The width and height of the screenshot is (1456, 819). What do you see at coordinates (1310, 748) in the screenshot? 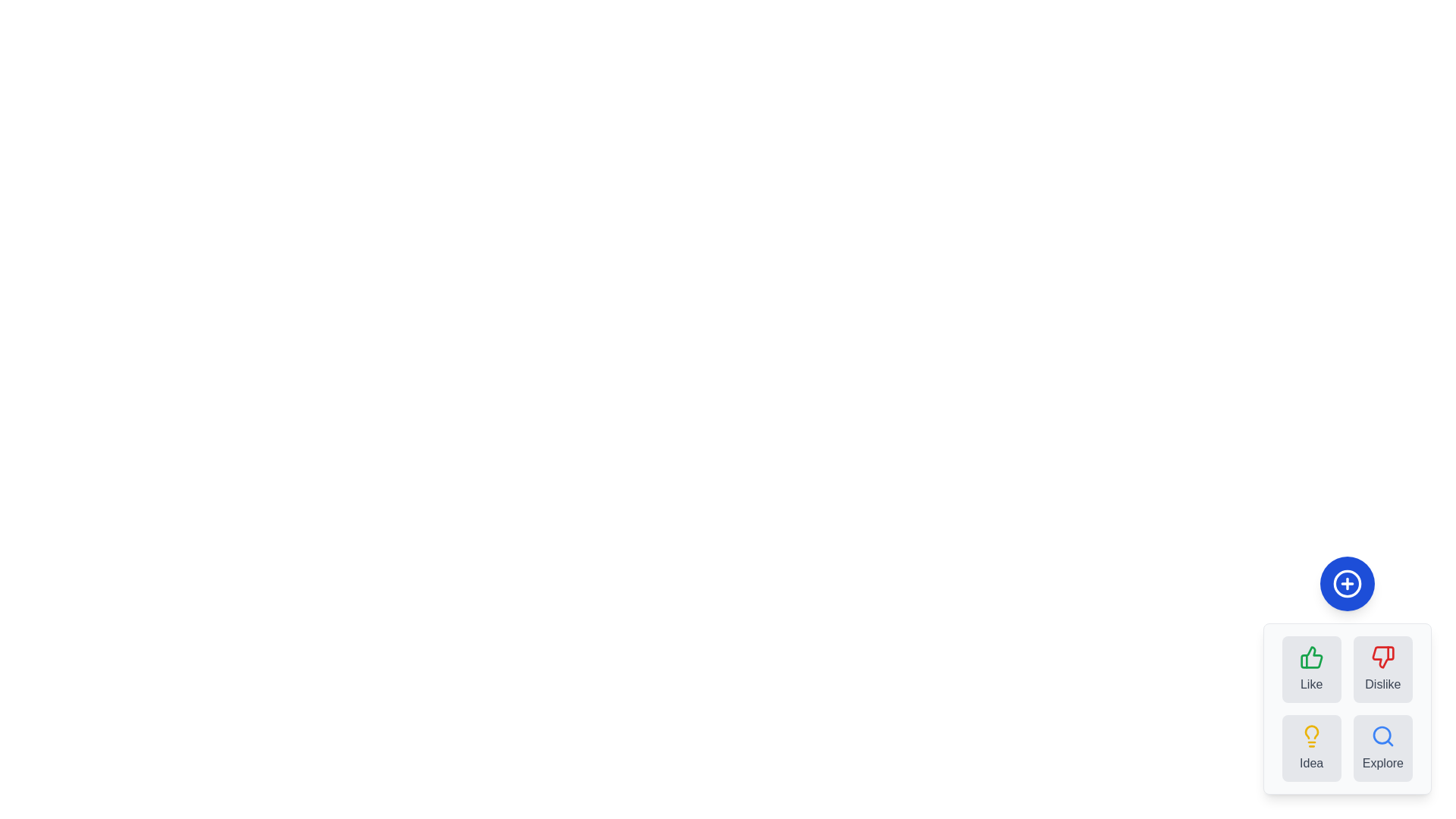
I see `the feedback option Idea` at bounding box center [1310, 748].